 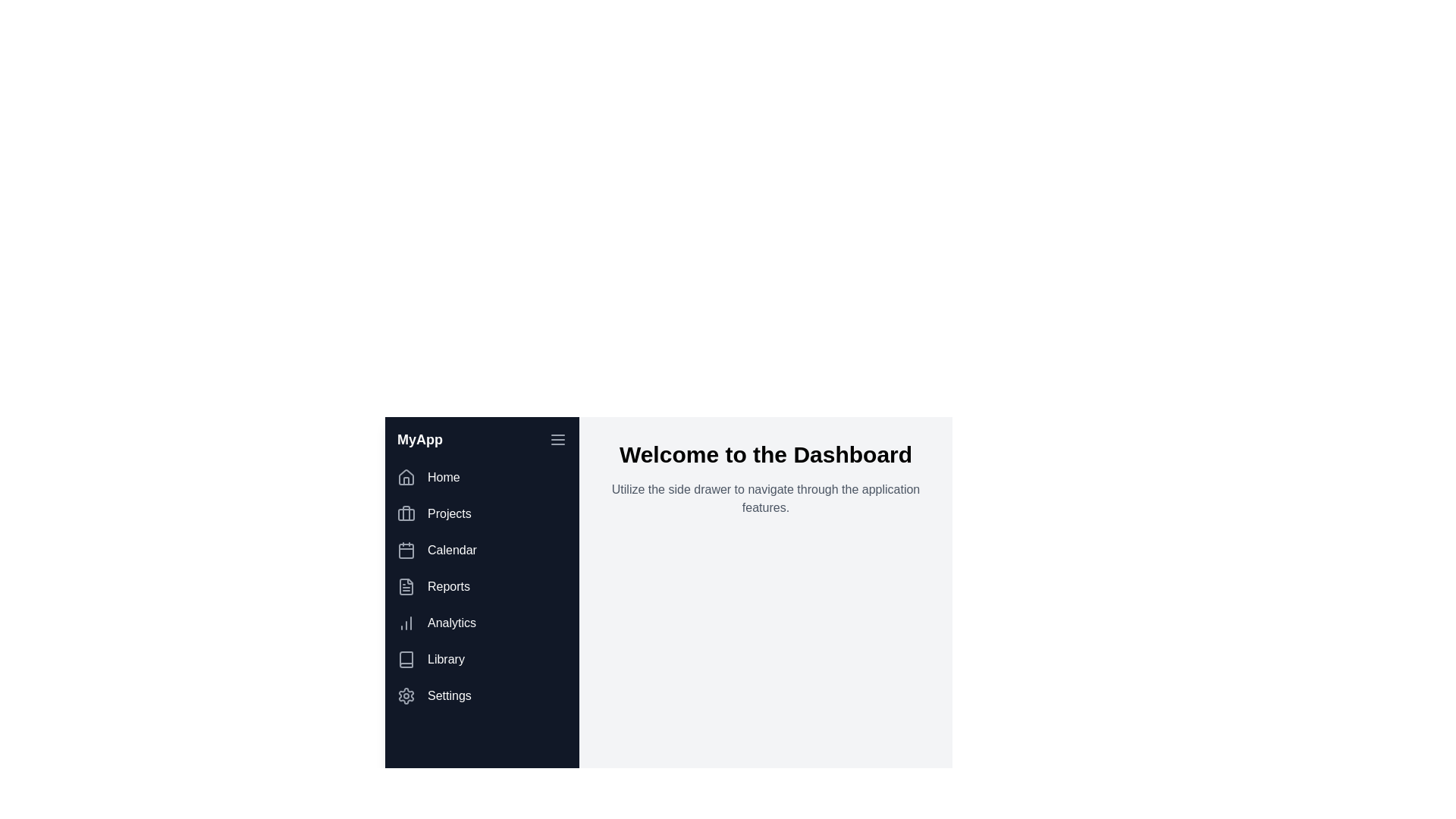 What do you see at coordinates (481, 586) in the screenshot?
I see `the menu item corresponding to Reports to navigate to that section` at bounding box center [481, 586].